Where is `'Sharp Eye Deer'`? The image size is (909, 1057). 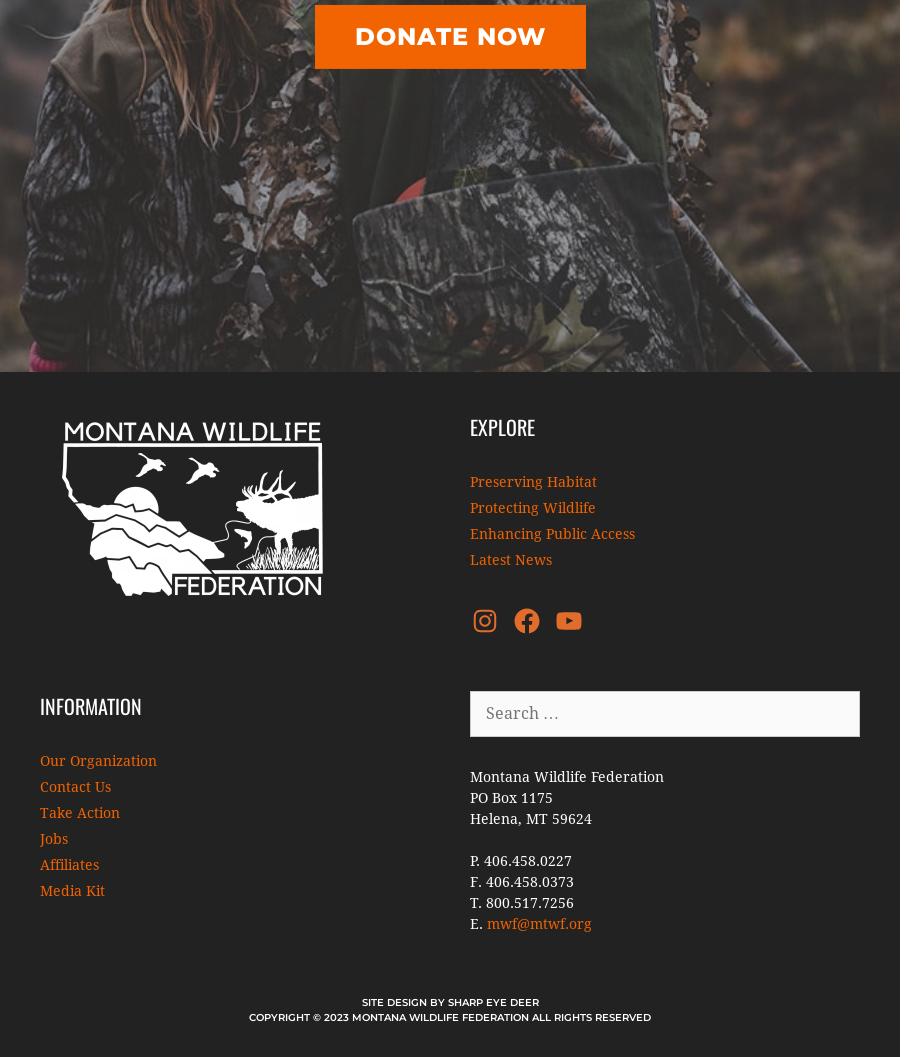 'Sharp Eye Deer' is located at coordinates (491, 1001).